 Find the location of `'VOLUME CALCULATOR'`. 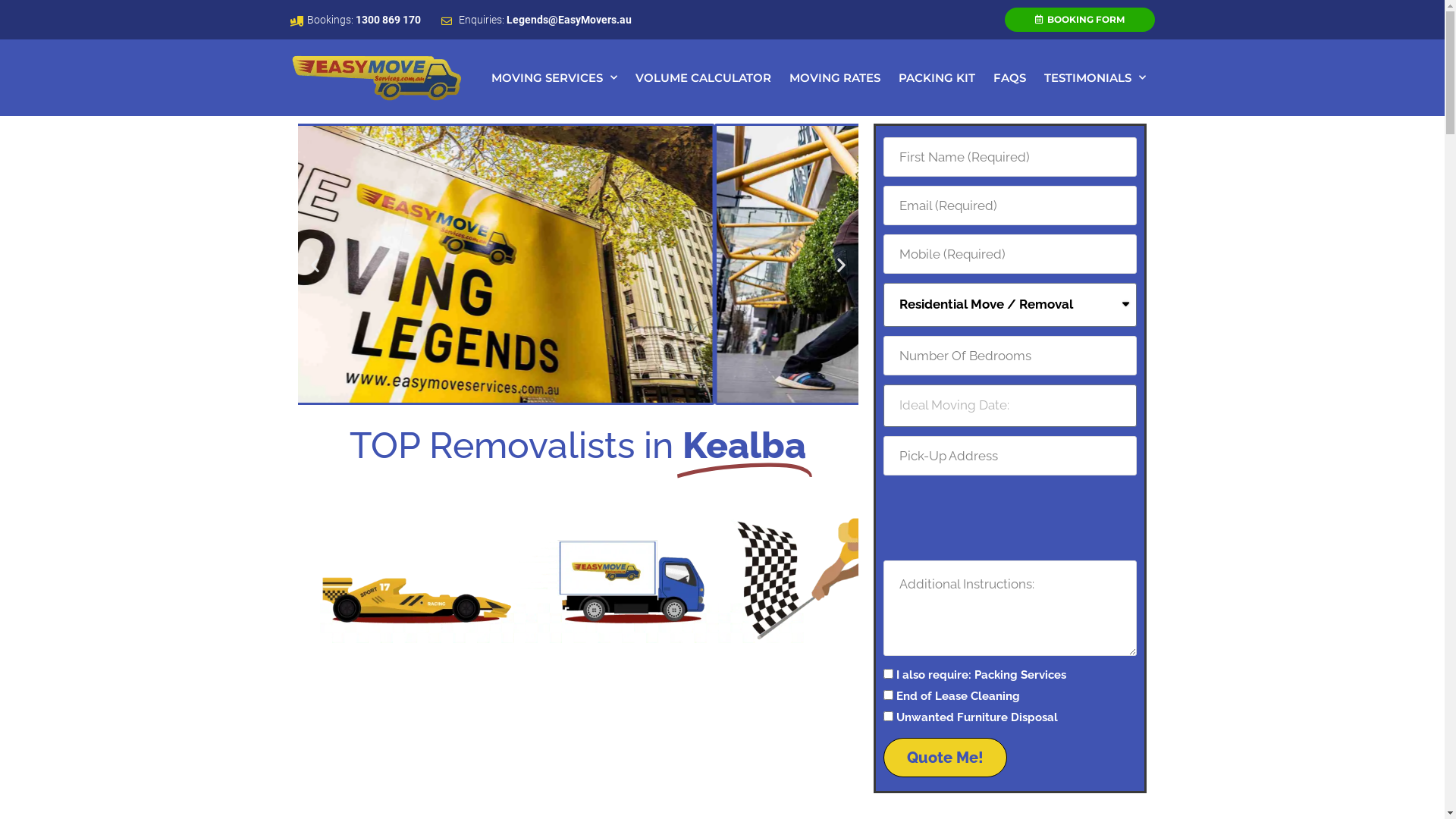

'VOLUME CALCULATOR' is located at coordinates (702, 78).